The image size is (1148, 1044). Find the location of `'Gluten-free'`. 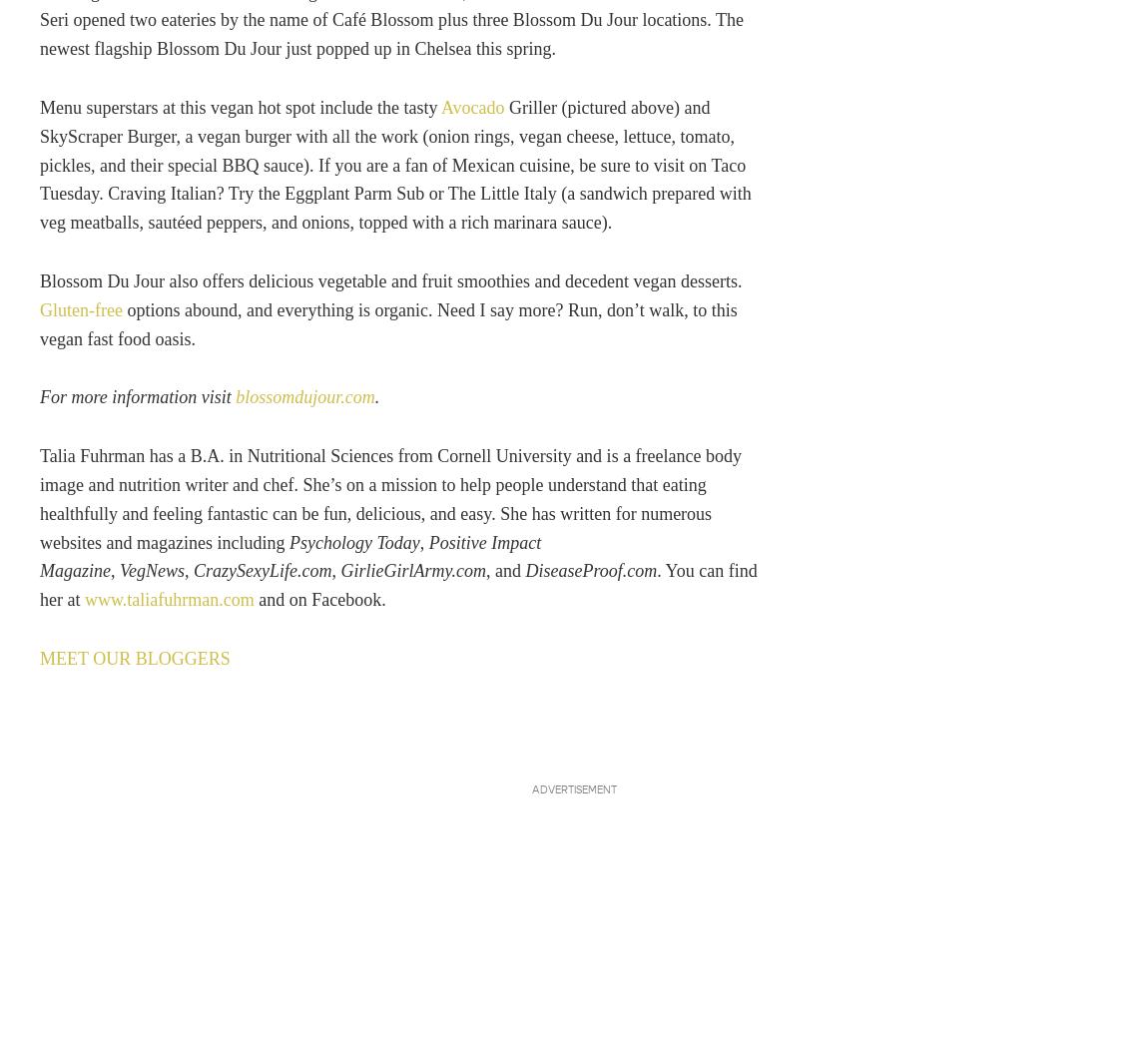

'Gluten-free' is located at coordinates (82, 309).